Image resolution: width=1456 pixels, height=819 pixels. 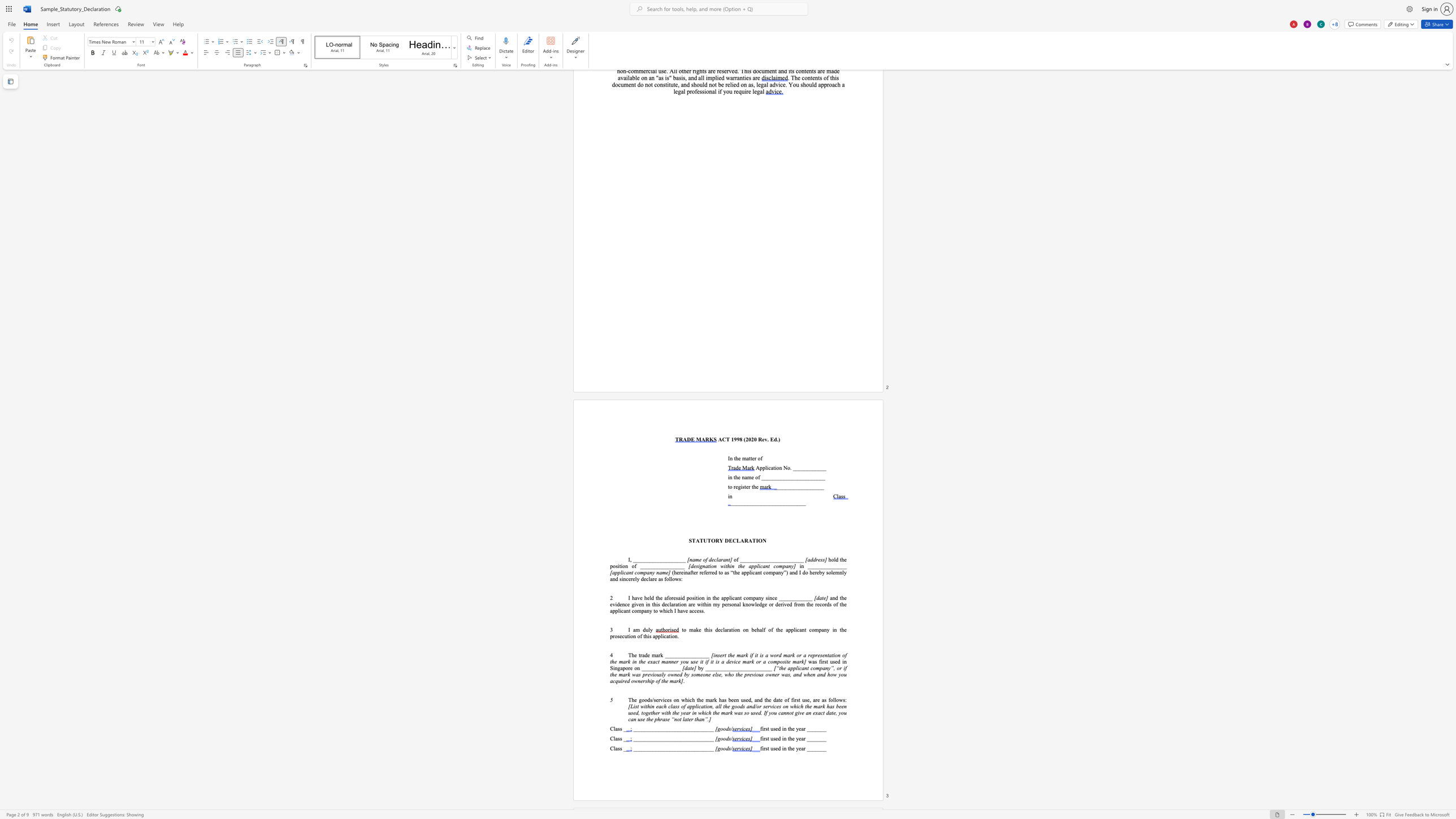 I want to click on the space between the continuous character "n" and "." in the text, so click(x=677, y=636).